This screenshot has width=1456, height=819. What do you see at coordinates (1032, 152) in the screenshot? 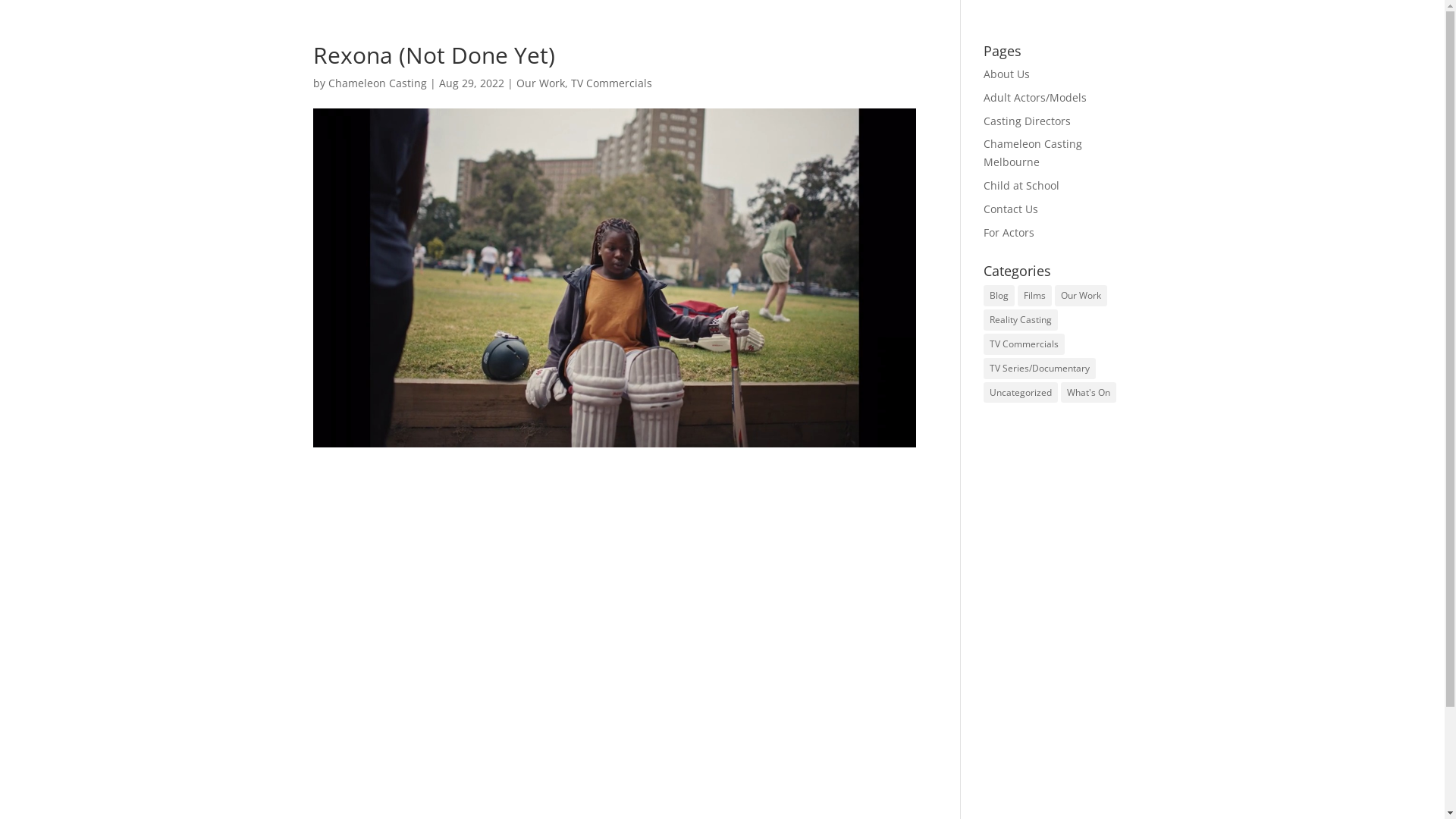
I see `'Chameleon Casting Melbourne'` at bounding box center [1032, 152].